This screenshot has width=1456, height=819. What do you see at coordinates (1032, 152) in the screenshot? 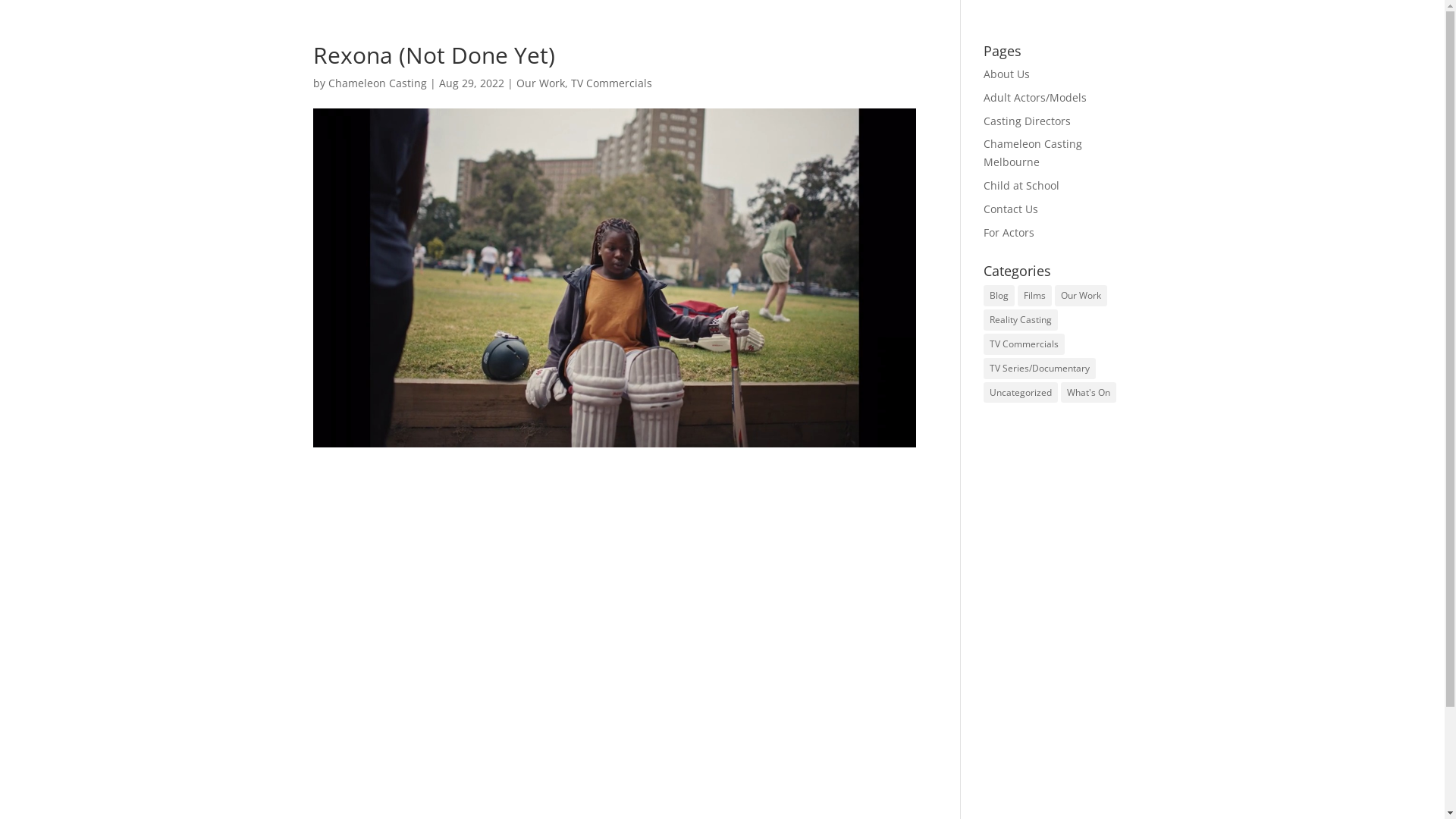
I see `'Chameleon Casting Melbourne'` at bounding box center [1032, 152].